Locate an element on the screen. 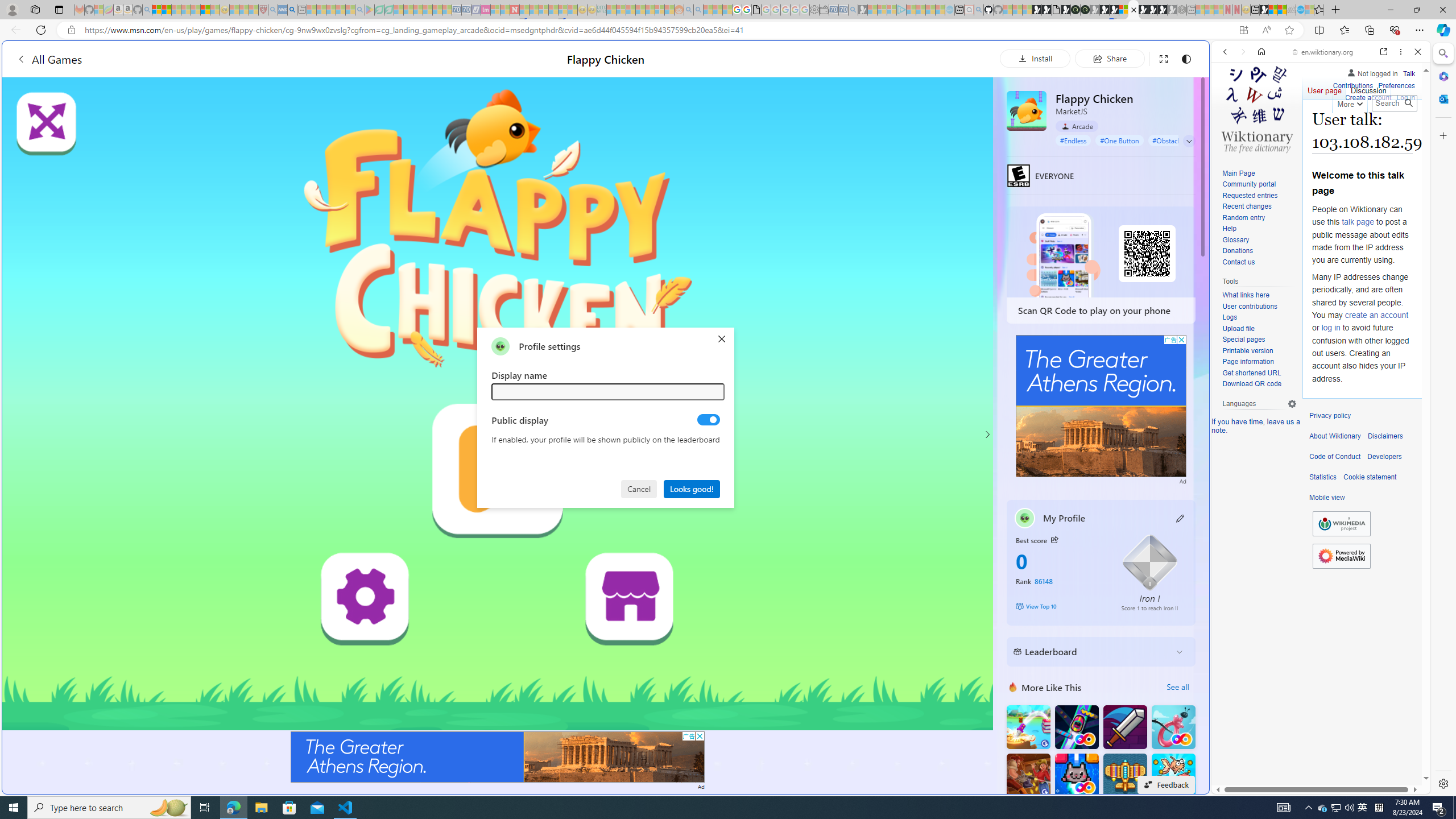  'Mobile view' is located at coordinates (1326, 497).